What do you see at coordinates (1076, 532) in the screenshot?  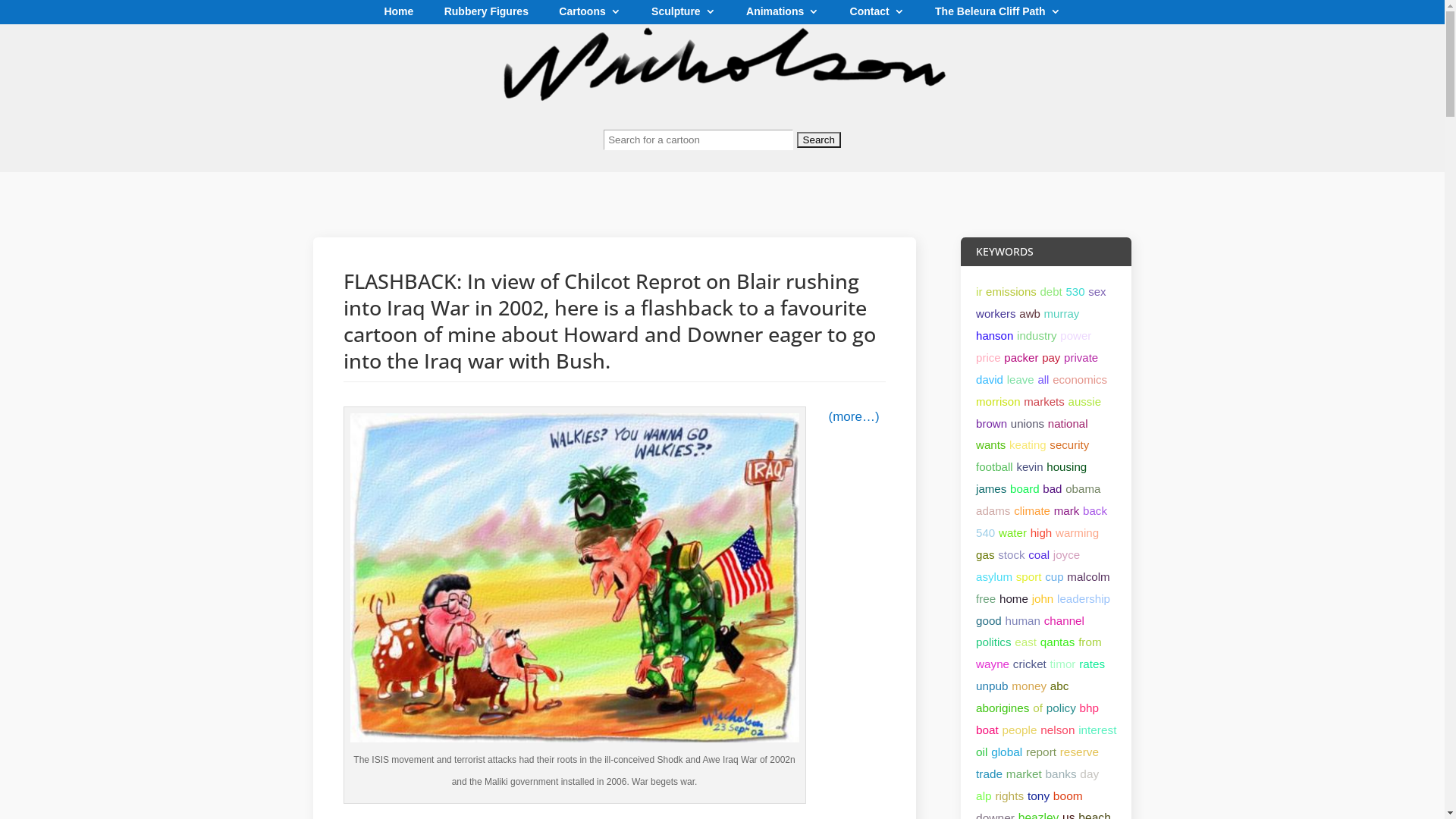 I see `'warming'` at bounding box center [1076, 532].